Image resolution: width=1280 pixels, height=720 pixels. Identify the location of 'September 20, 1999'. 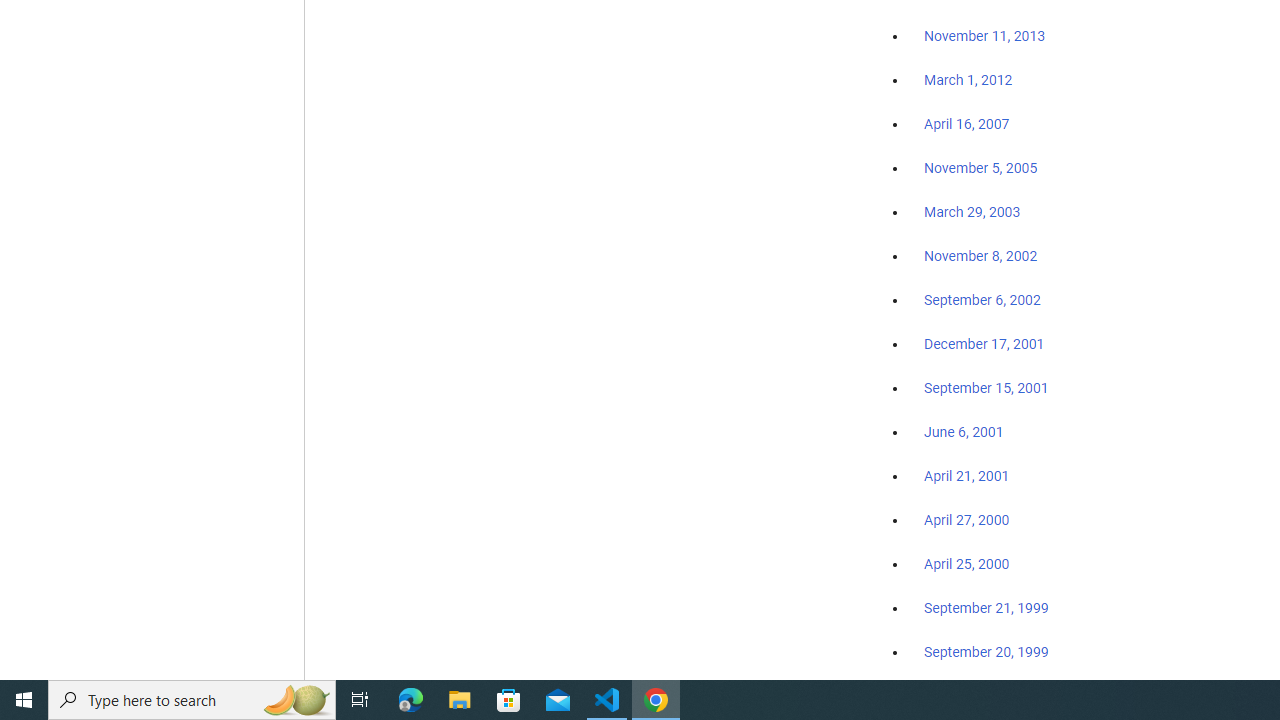
(986, 651).